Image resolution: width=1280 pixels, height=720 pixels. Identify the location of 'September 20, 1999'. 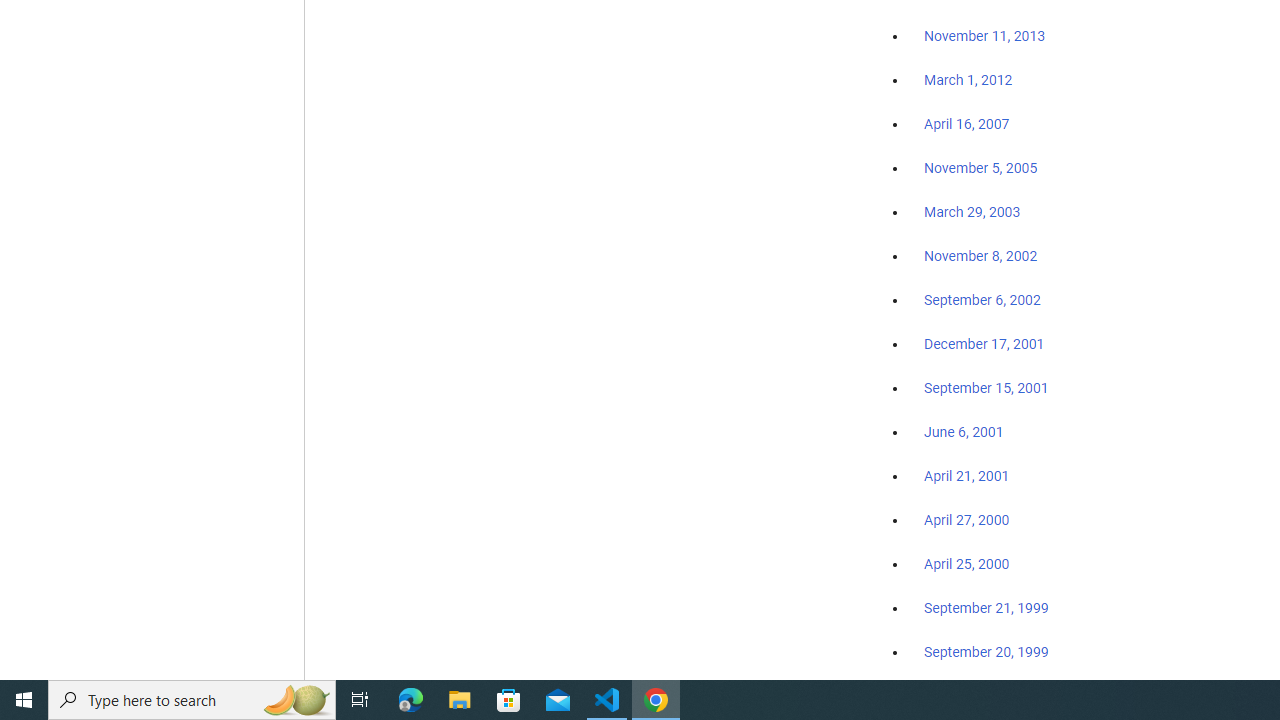
(986, 651).